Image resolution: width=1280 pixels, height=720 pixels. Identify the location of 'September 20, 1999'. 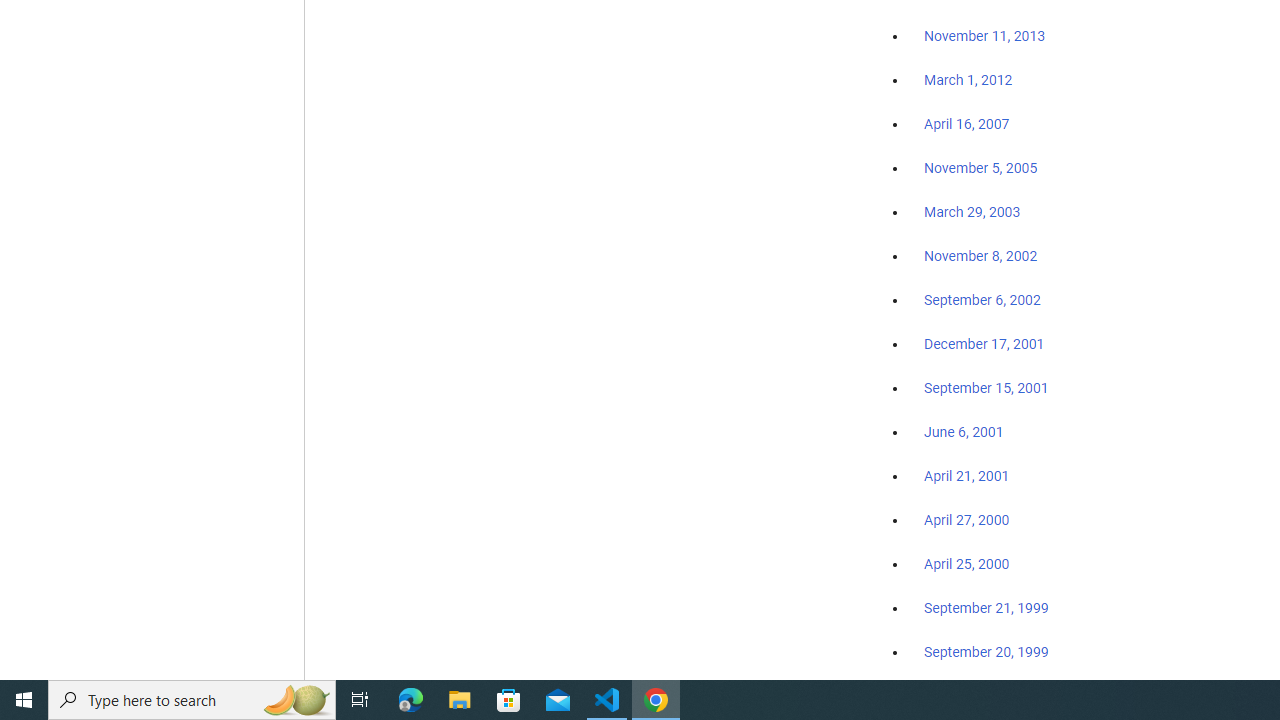
(986, 651).